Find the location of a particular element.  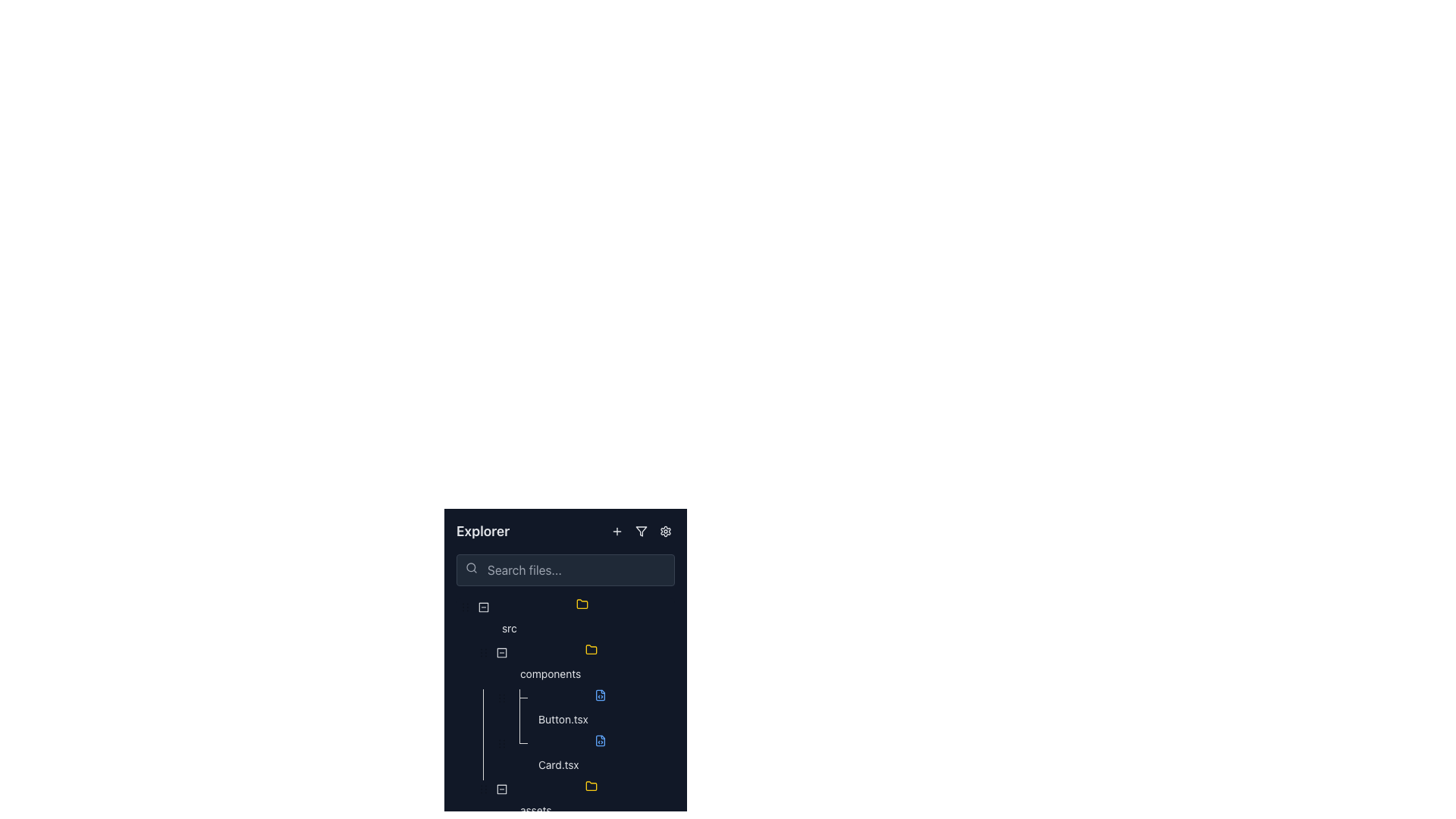

the toggle button for hierarchical structures located to the left of the label 'src' is located at coordinates (483, 620).